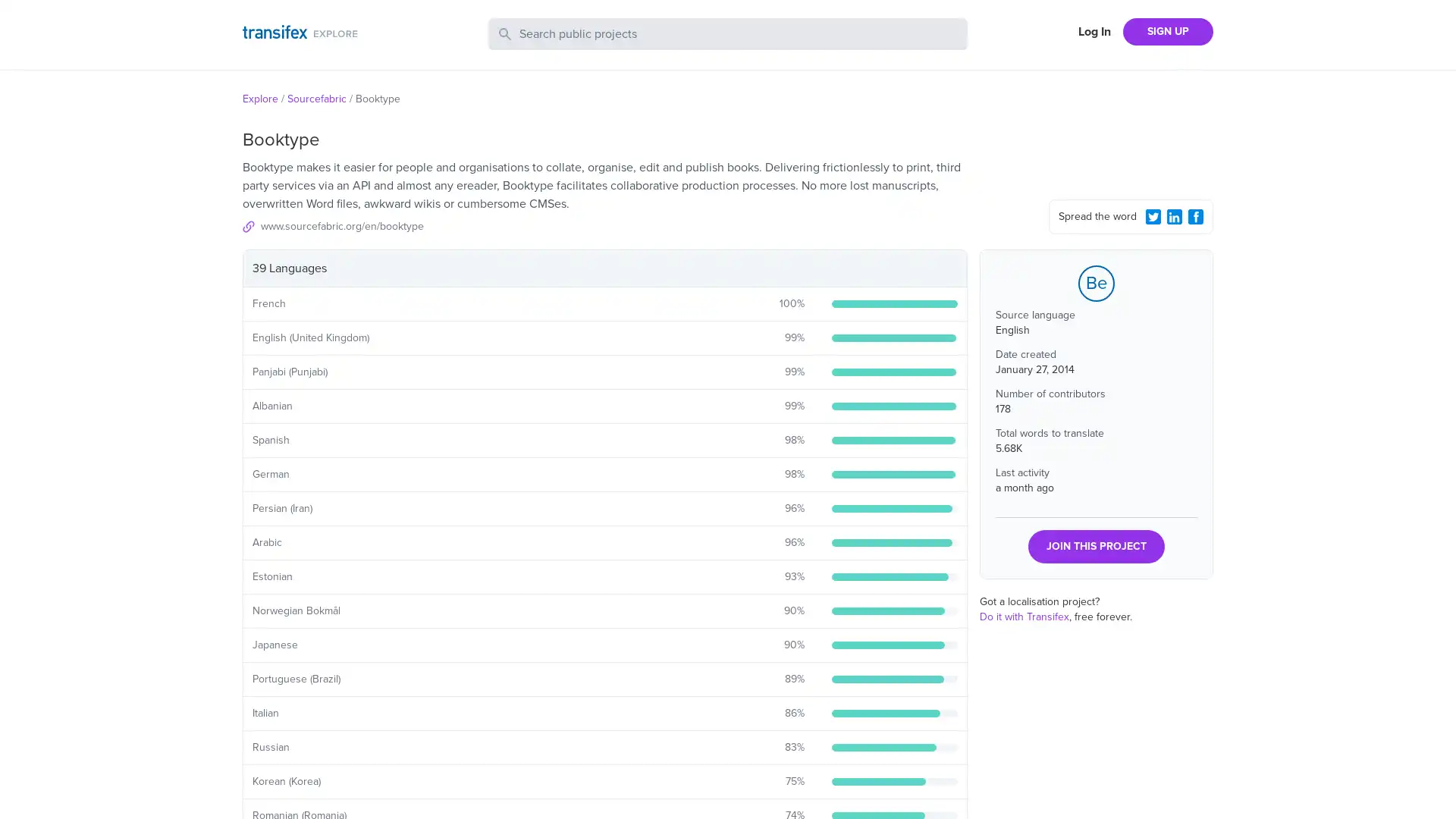  I want to click on Twitter Share, so click(1153, 216).